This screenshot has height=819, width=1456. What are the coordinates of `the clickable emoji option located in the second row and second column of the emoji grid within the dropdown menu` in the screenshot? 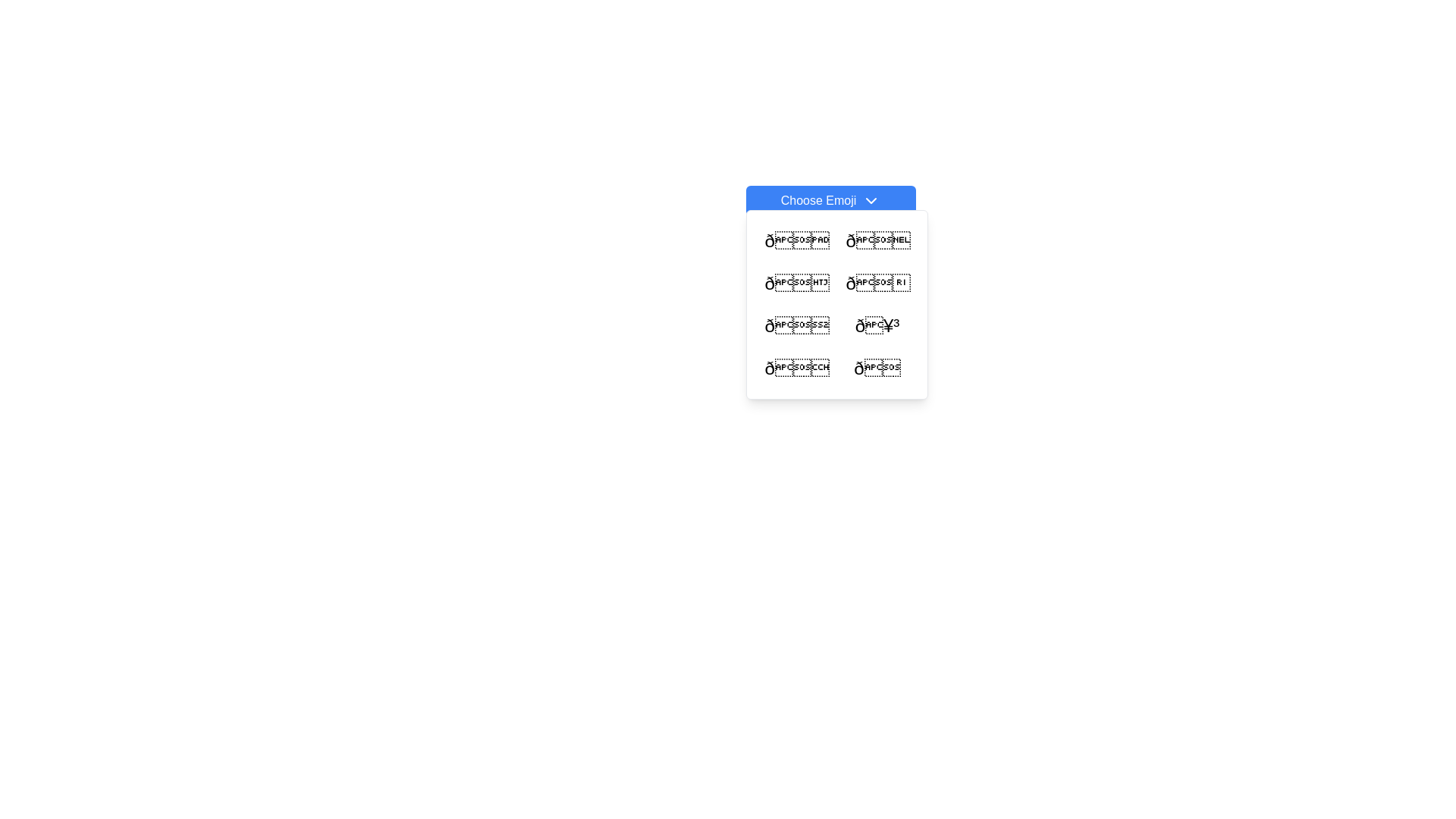 It's located at (877, 325).